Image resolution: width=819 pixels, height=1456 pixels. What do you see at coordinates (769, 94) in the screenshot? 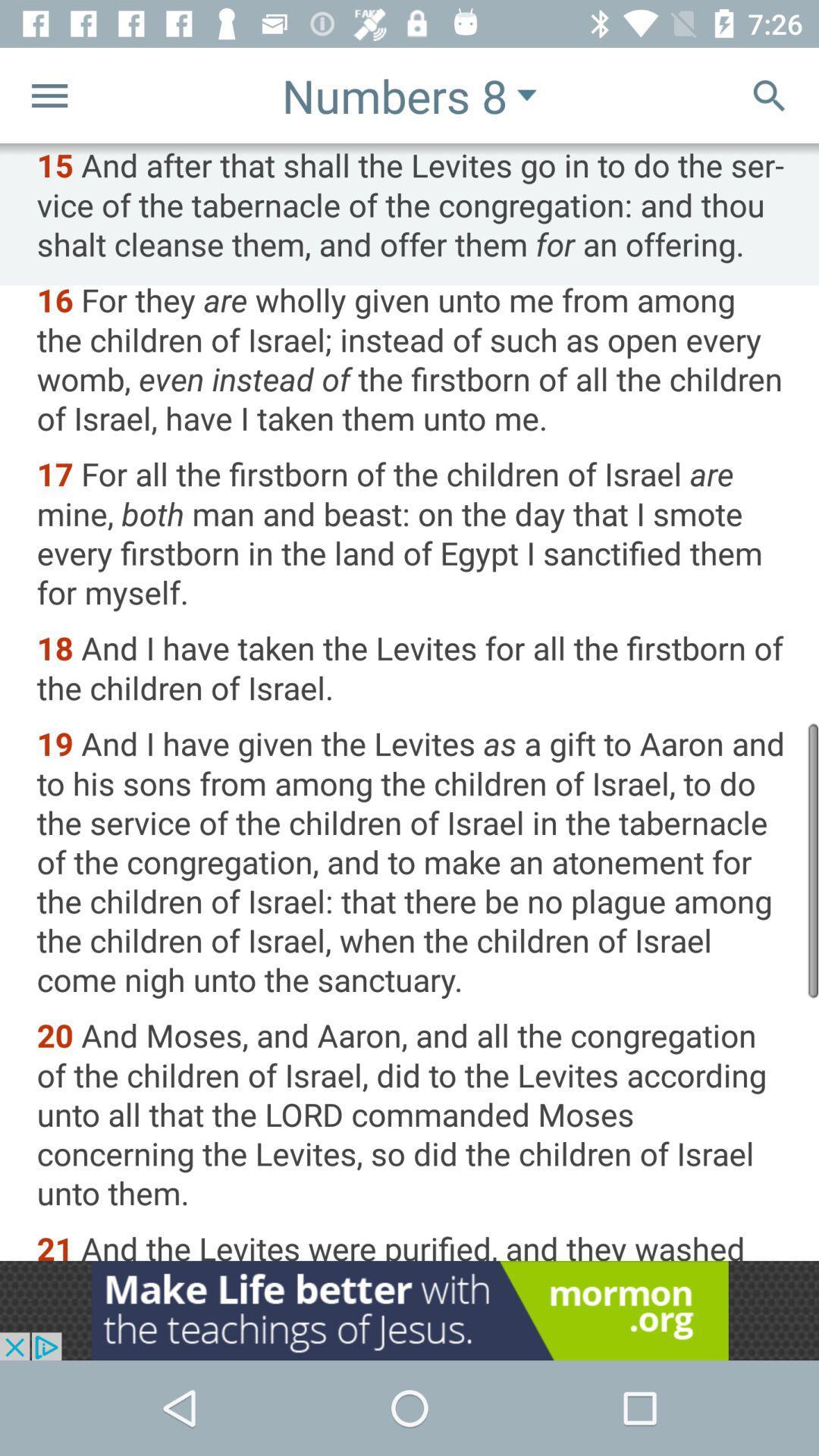
I see `the search icon` at bounding box center [769, 94].